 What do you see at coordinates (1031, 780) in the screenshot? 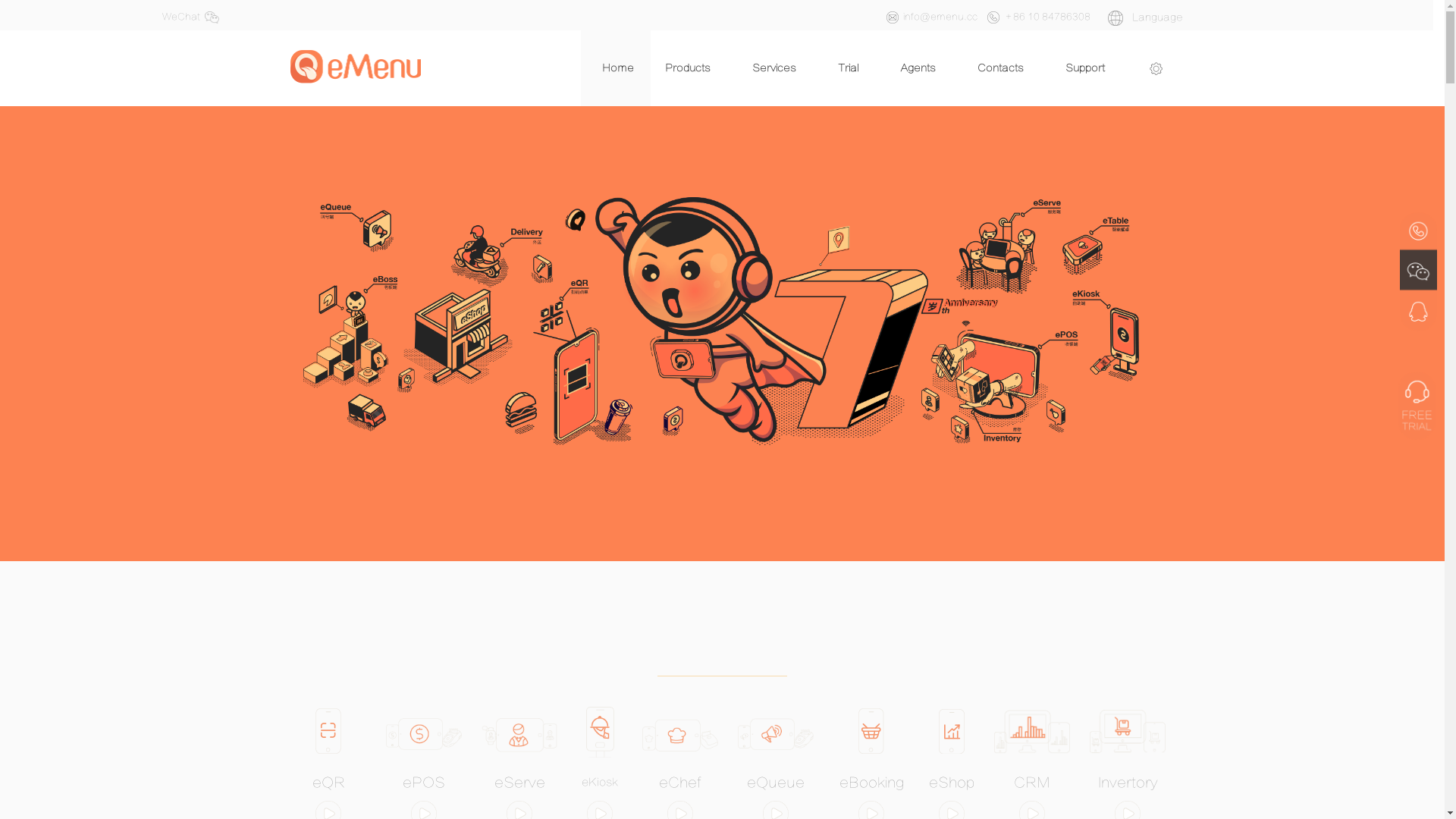
I see `'CRM'` at bounding box center [1031, 780].